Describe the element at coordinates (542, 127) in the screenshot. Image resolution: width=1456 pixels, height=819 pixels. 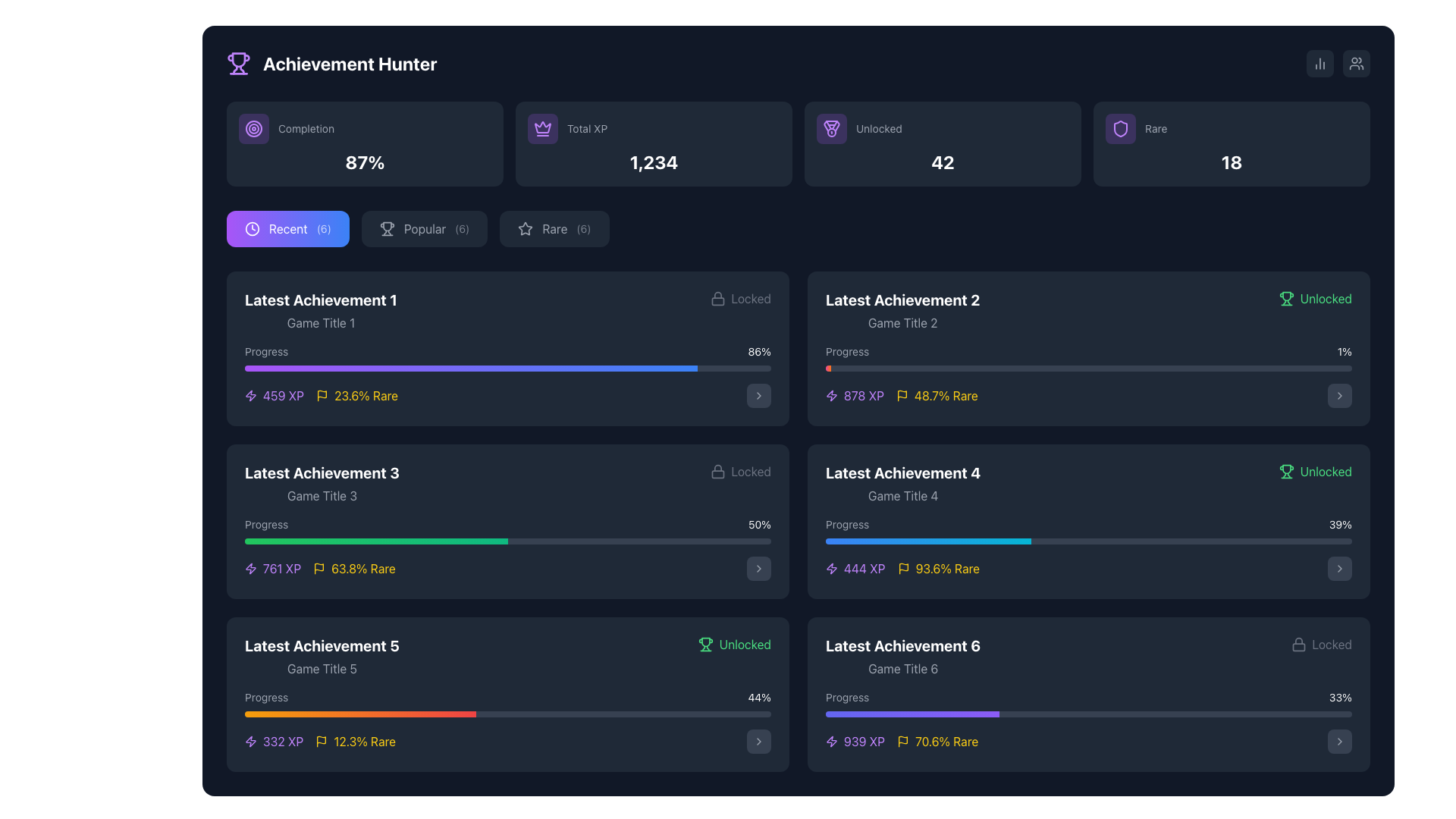
I see `the semi-transparent purple rounded rectangular Icon with a crown symbol, located in the top-center section of the interface within the 'Total XP' card` at that location.